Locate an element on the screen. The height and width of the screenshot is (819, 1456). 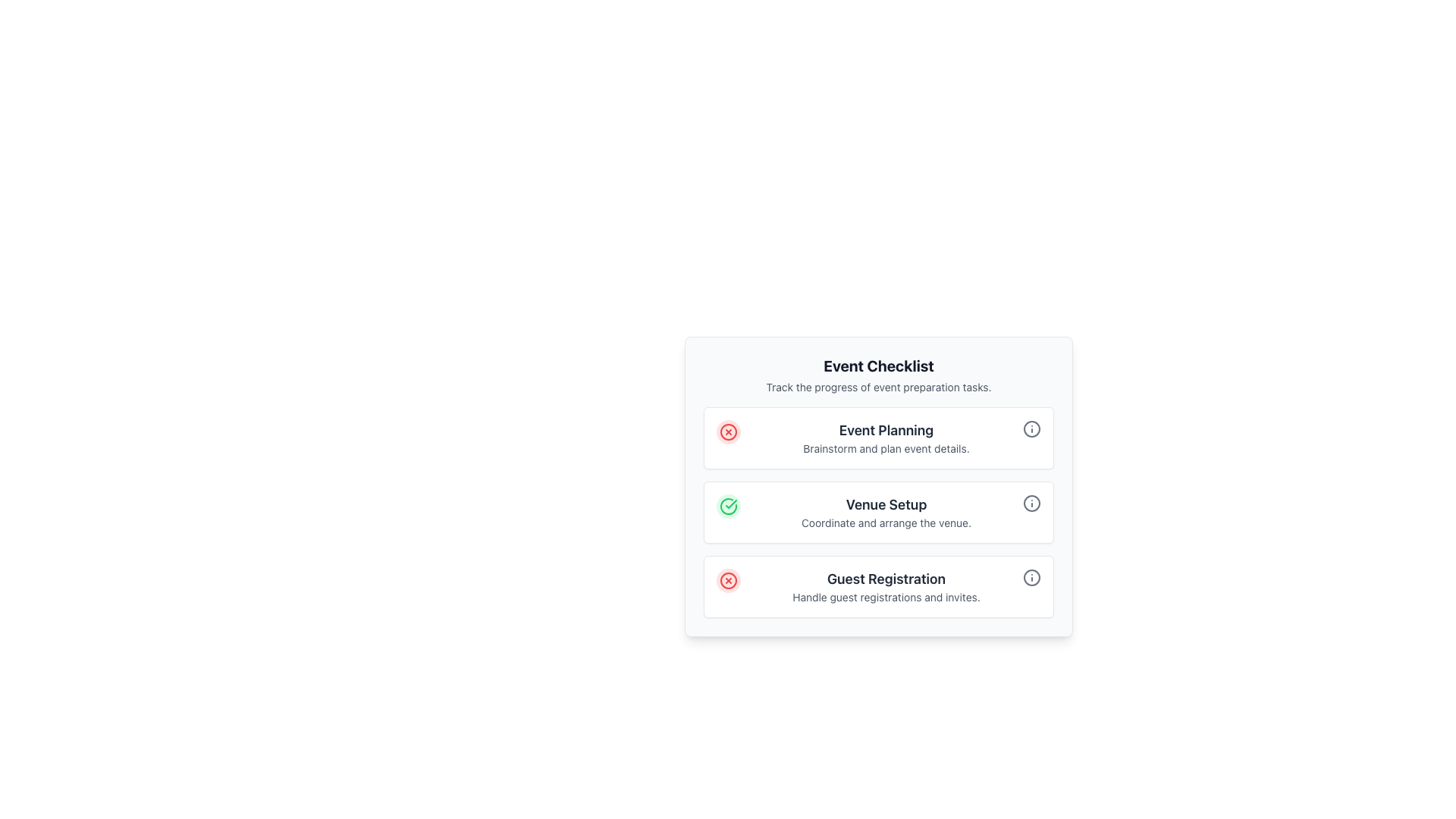
the circular icon with a red border containing a red 'X' shape, which is the first icon to the left of the 'Event Planning' text in the 'Event Checklist' section is located at coordinates (728, 432).